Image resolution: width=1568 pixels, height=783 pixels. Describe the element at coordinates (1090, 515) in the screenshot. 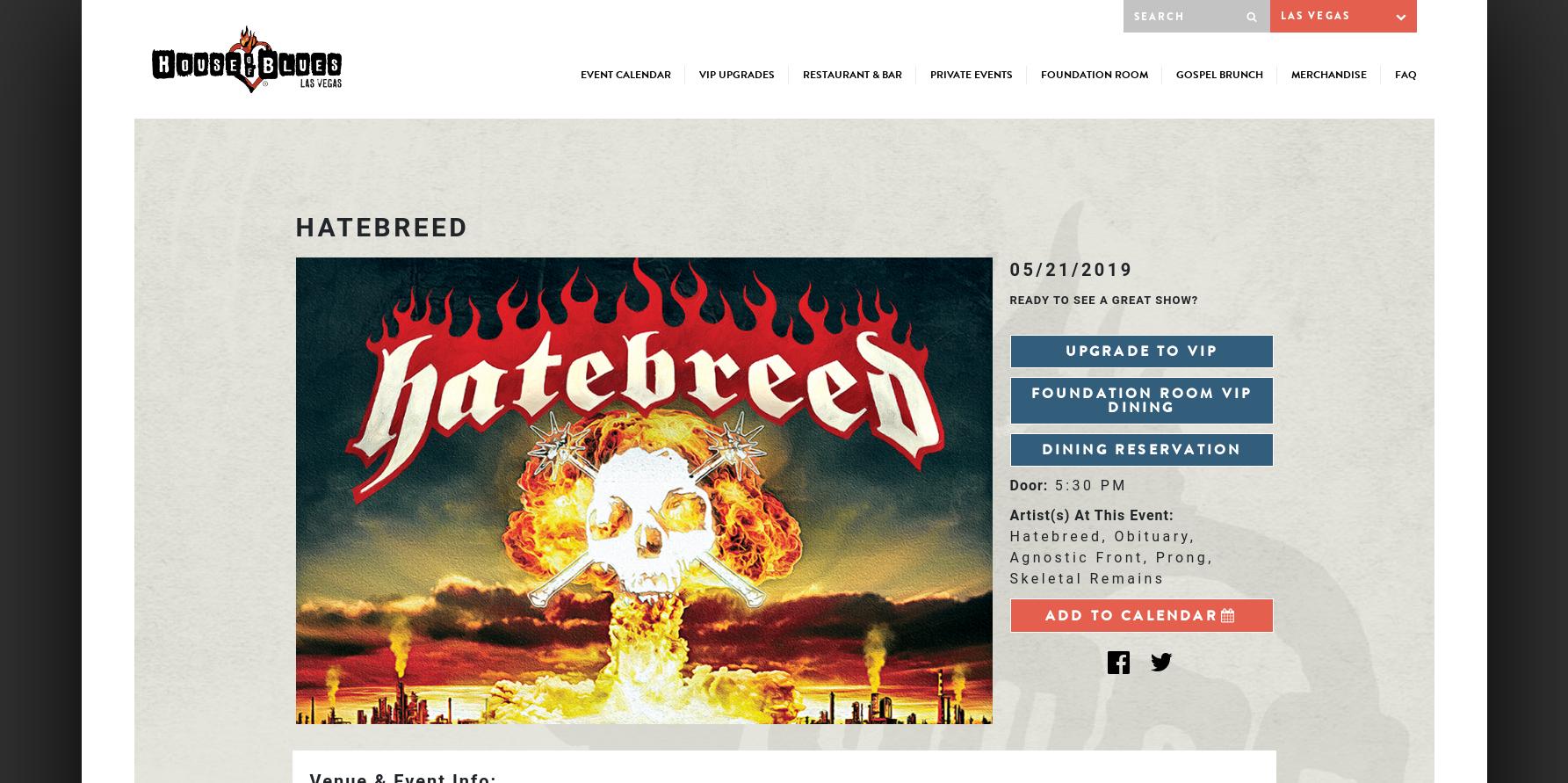

I see `'Artist(s) At This Event:'` at that location.